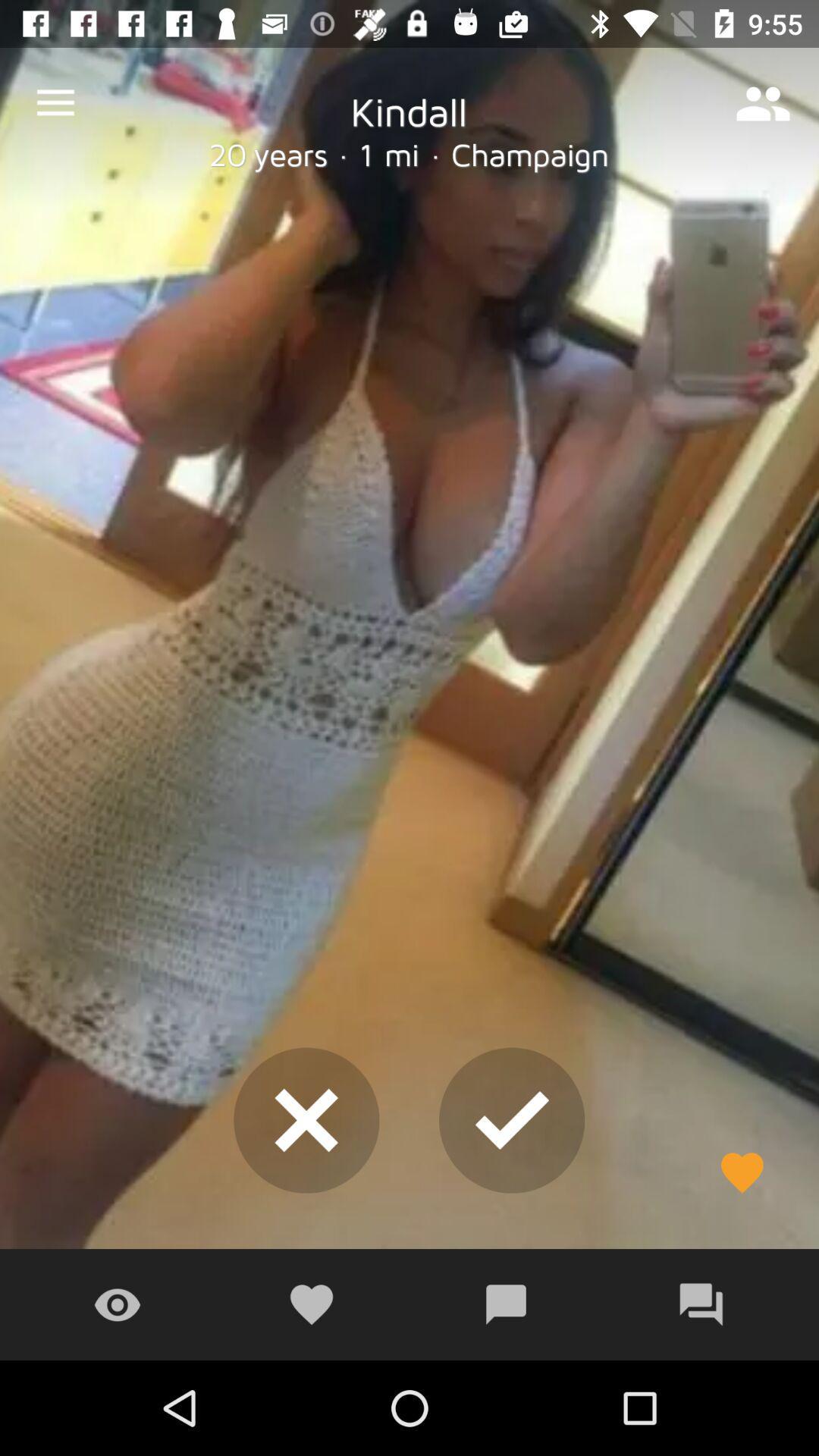 This screenshot has height=1456, width=819. What do you see at coordinates (306, 1120) in the screenshot?
I see `the close icon` at bounding box center [306, 1120].